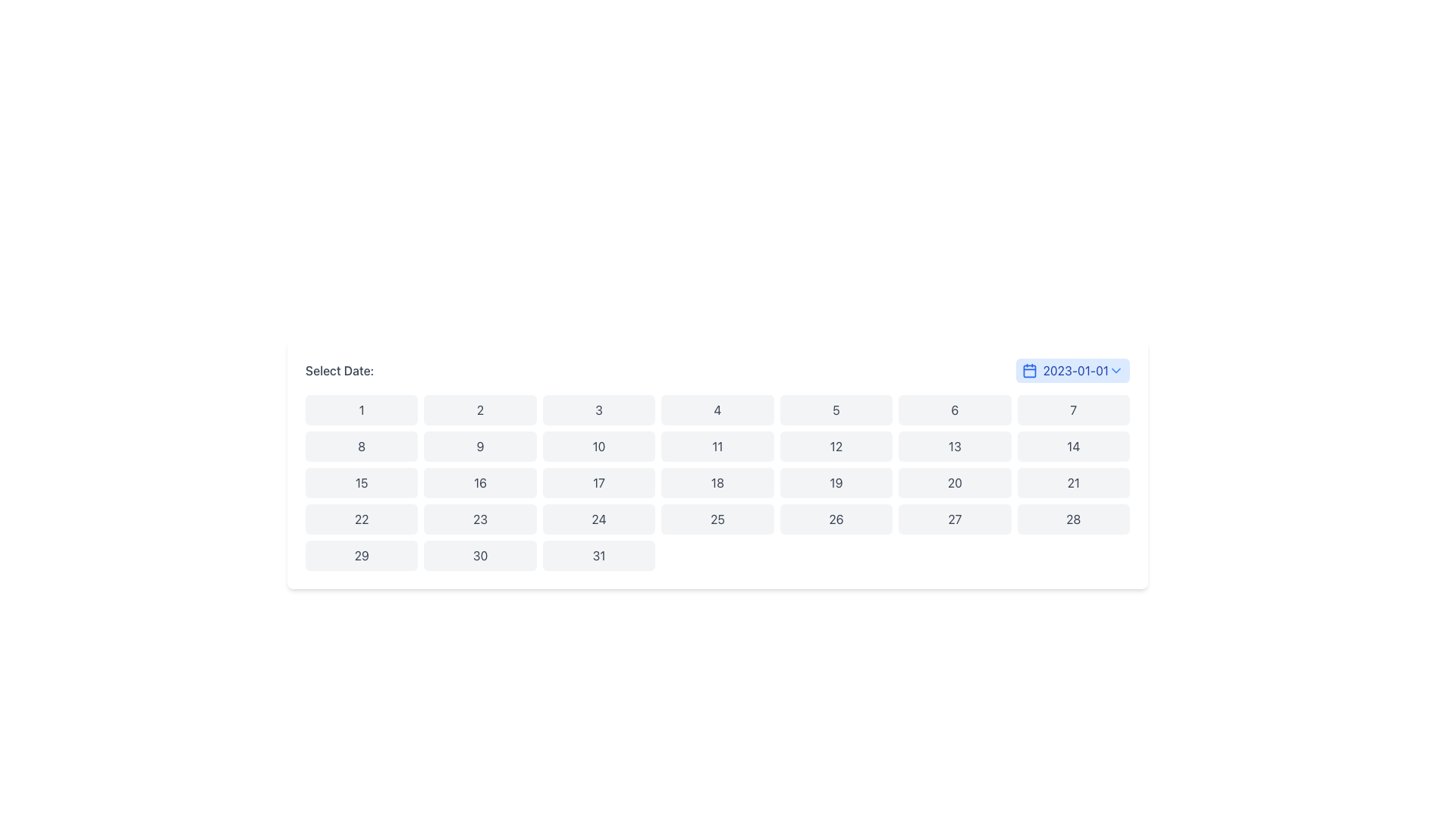 This screenshot has width=1456, height=819. I want to click on displayed date from the text label located at the rightmost part of the date picker button, which is preceded by a calendar icon, so click(1075, 371).